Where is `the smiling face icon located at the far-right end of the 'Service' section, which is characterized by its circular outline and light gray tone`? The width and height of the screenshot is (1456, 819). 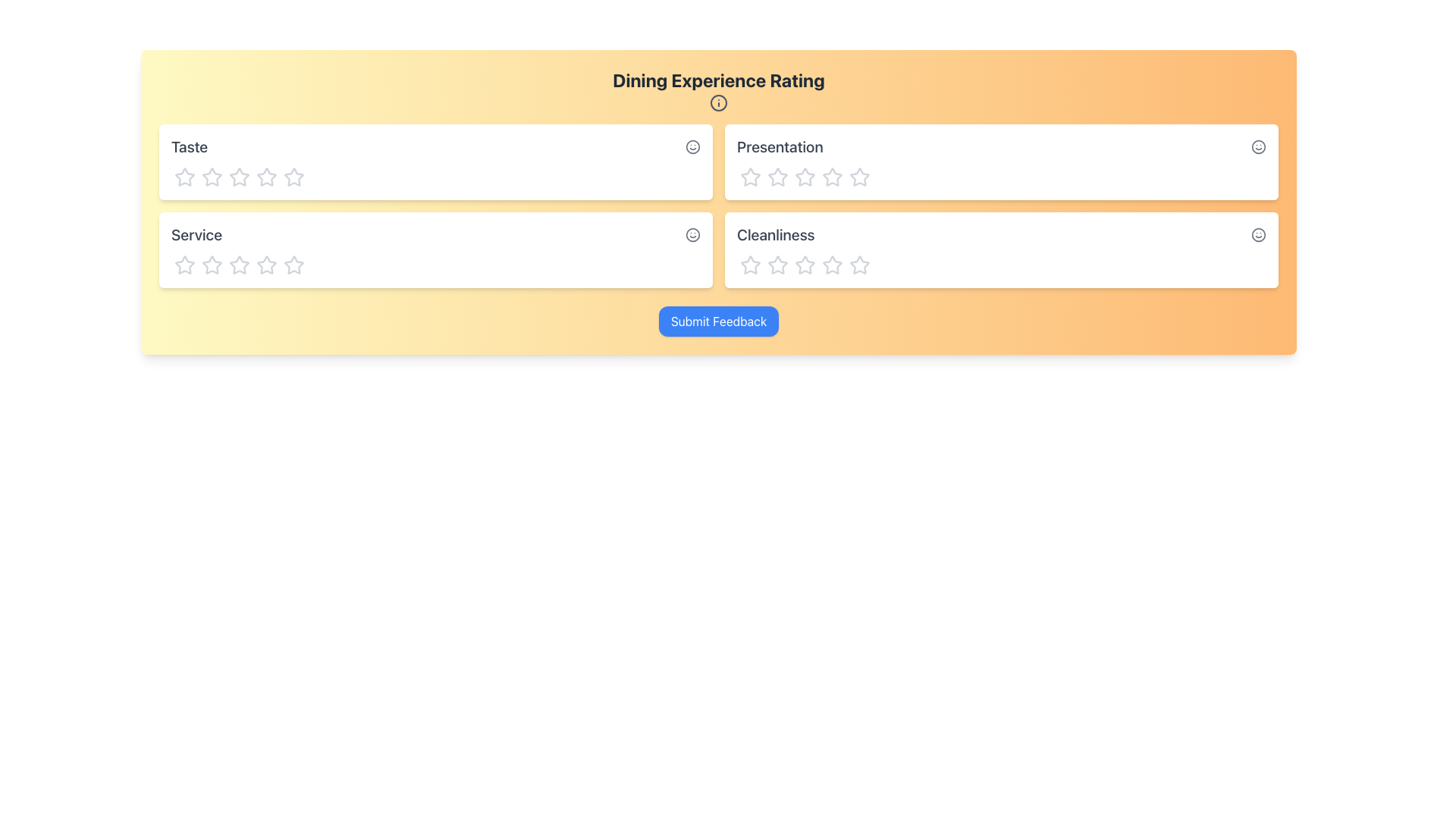 the smiling face icon located at the far-right end of the 'Service' section, which is characterized by its circular outline and light gray tone is located at coordinates (692, 234).